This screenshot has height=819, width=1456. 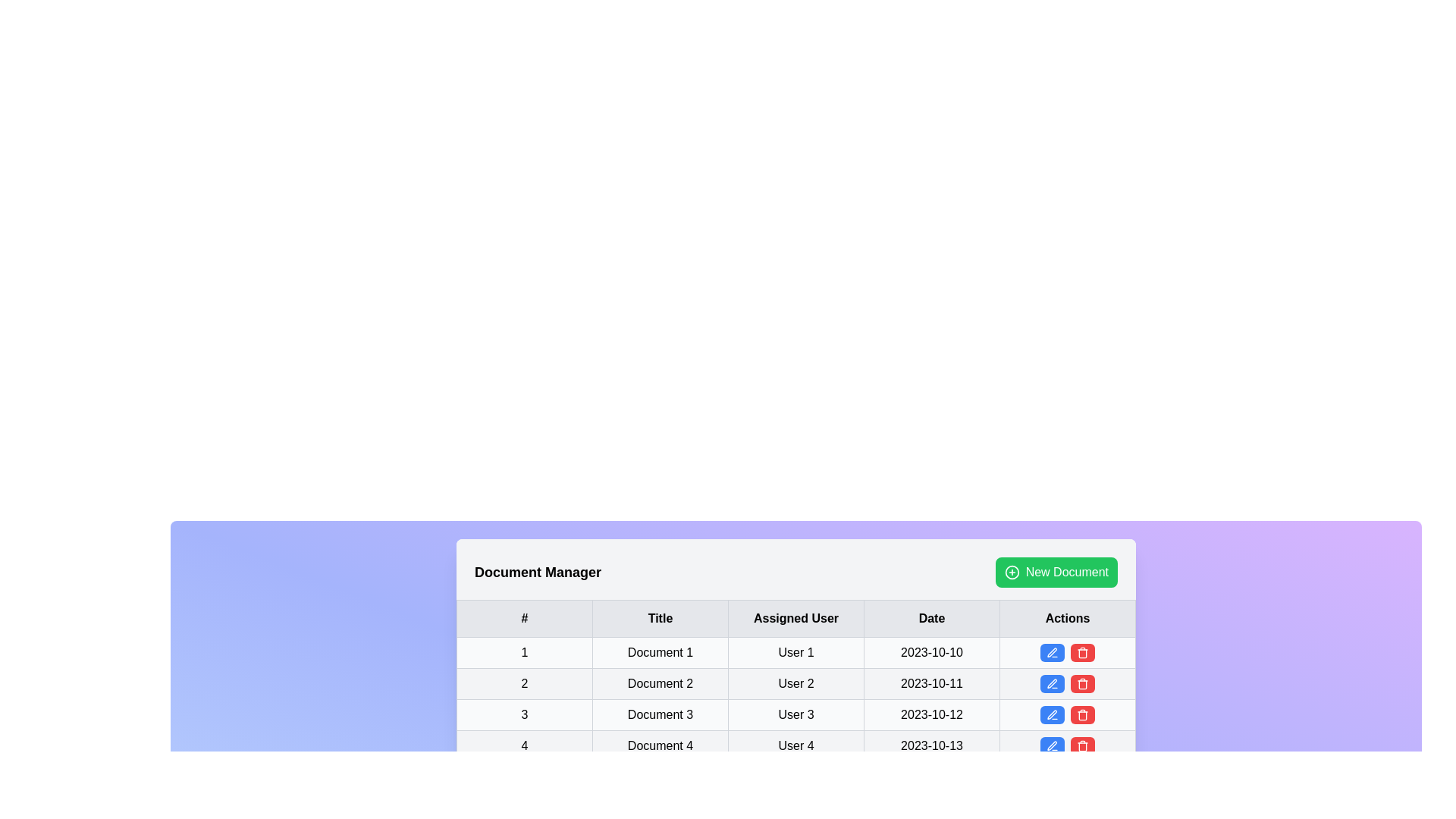 What do you see at coordinates (1012, 573) in the screenshot?
I see `the new document icon located at the leftmost position of the 'New Document' button in the top-right corner of the Document Manager section` at bounding box center [1012, 573].